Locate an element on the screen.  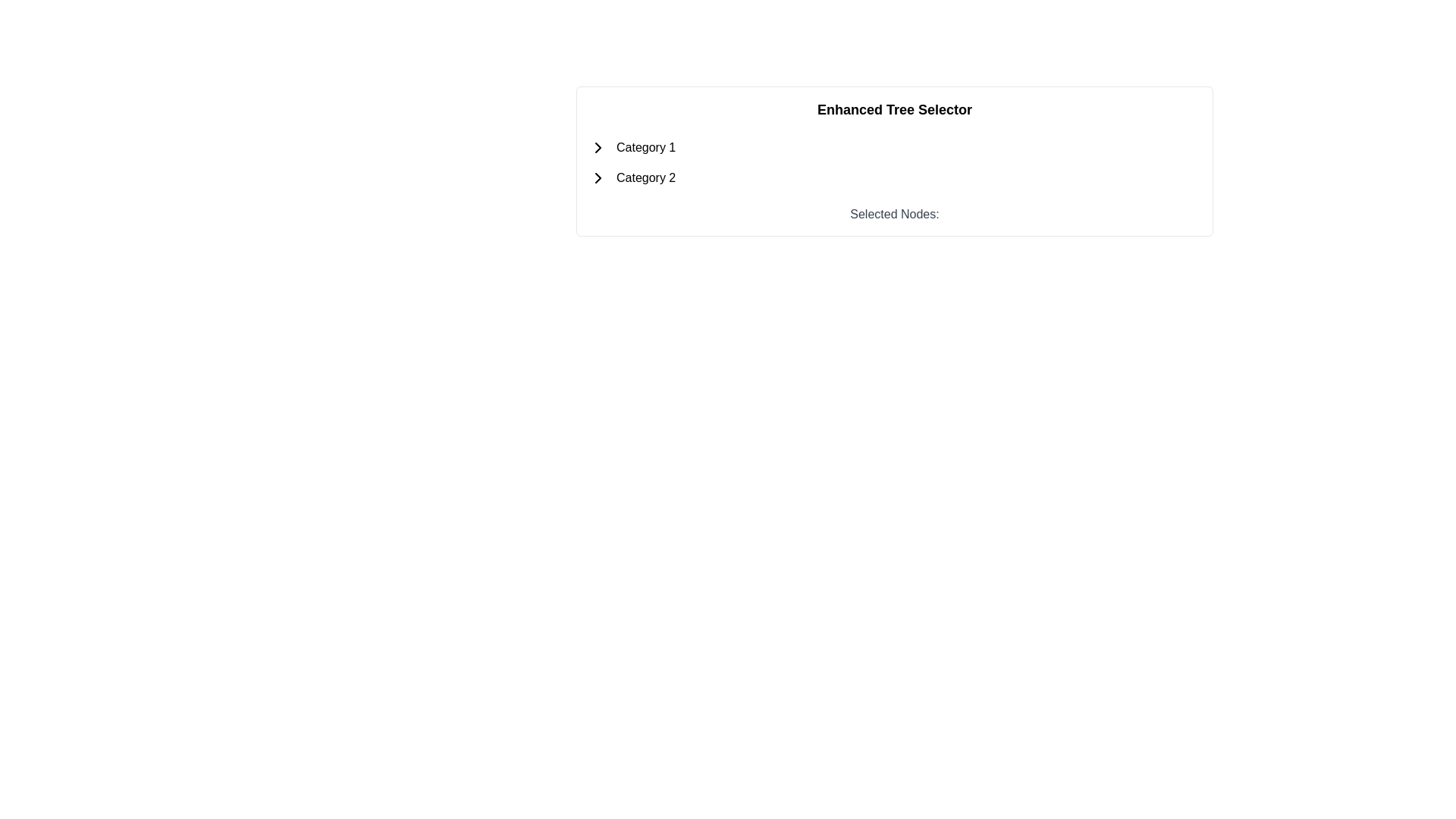
the rightward-pointing chevron icon used for category expansion in the 'Enhanced Tree Selector' interface for keyboard navigation is located at coordinates (597, 148).